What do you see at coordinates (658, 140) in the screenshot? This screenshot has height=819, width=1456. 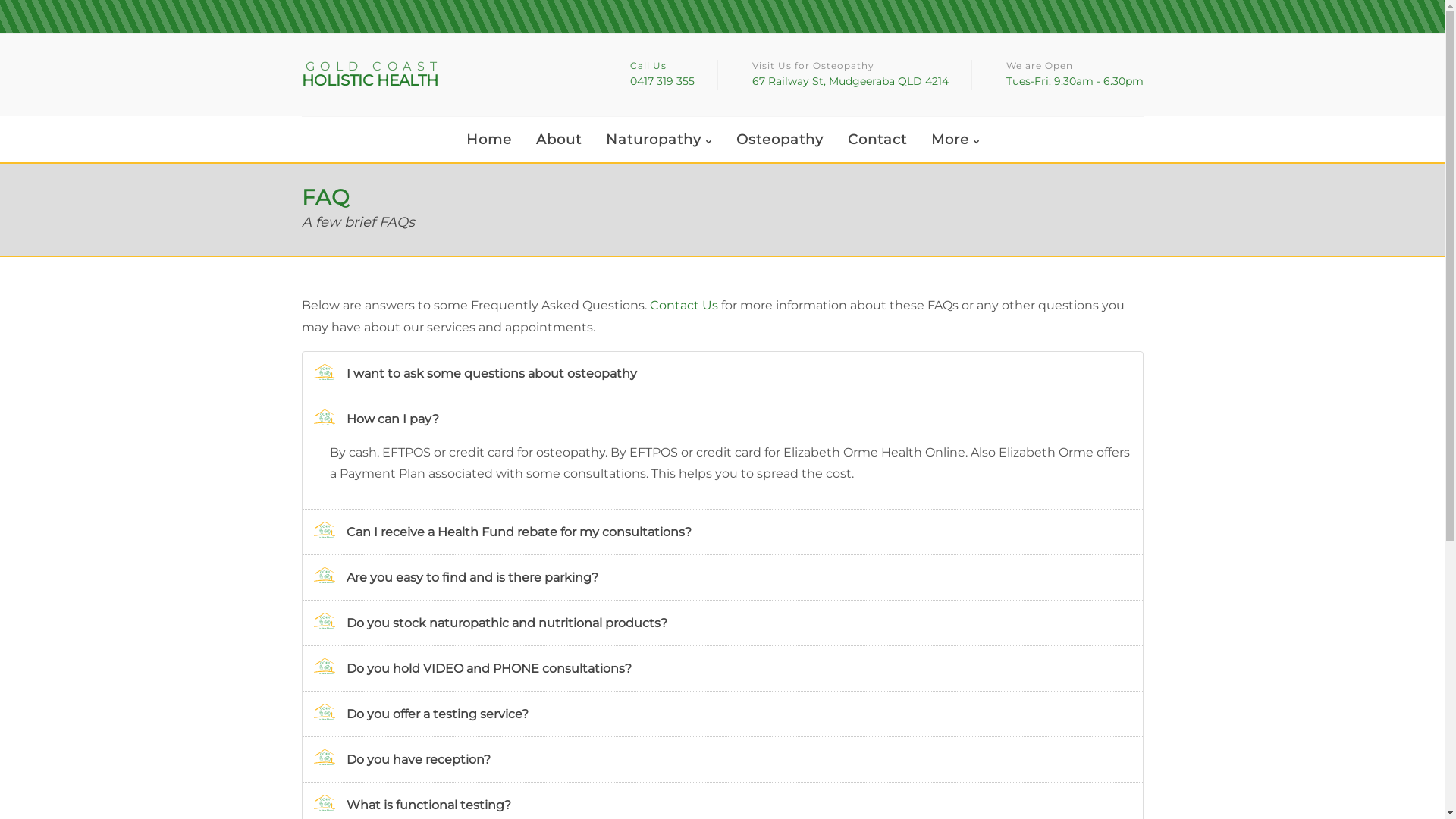 I see `'Naturopathy'` at bounding box center [658, 140].